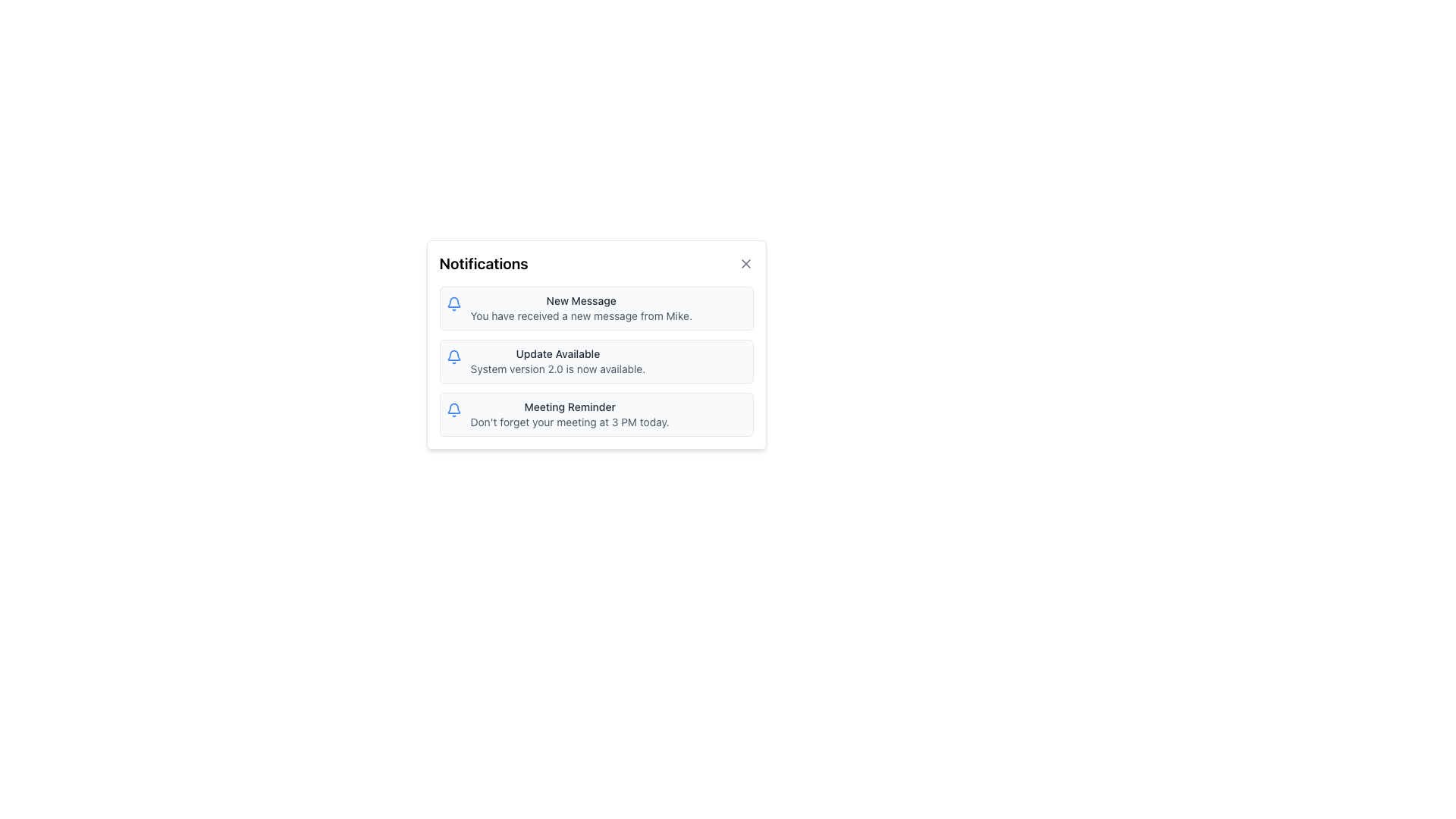 The image size is (1456, 819). Describe the element at coordinates (595, 345) in the screenshot. I see `the 'Update Available' notification item in the notification panel to acknowledge or open further details` at that location.